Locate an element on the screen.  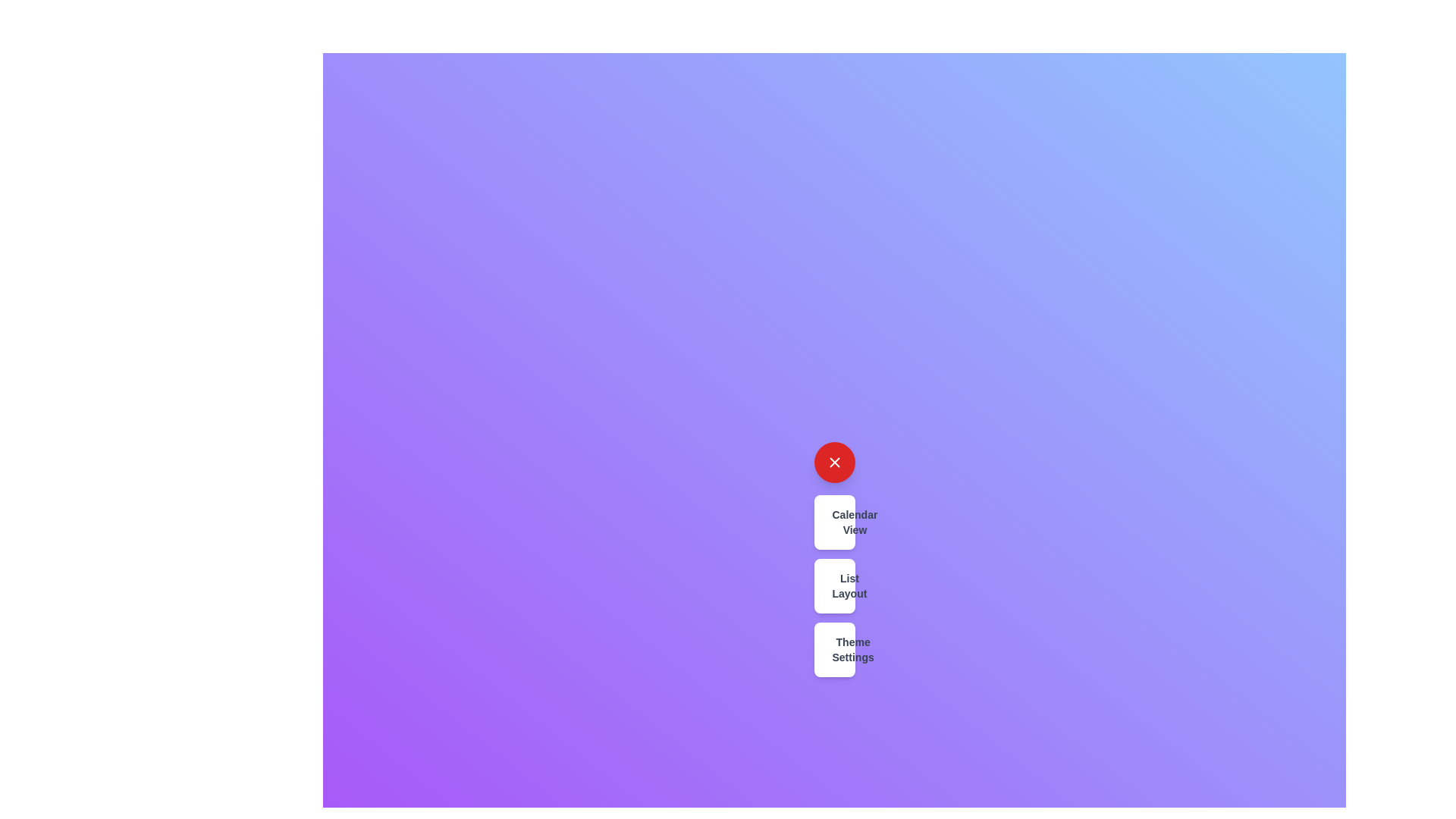
the 'Theme Settings' button to activate the action is located at coordinates (833, 648).